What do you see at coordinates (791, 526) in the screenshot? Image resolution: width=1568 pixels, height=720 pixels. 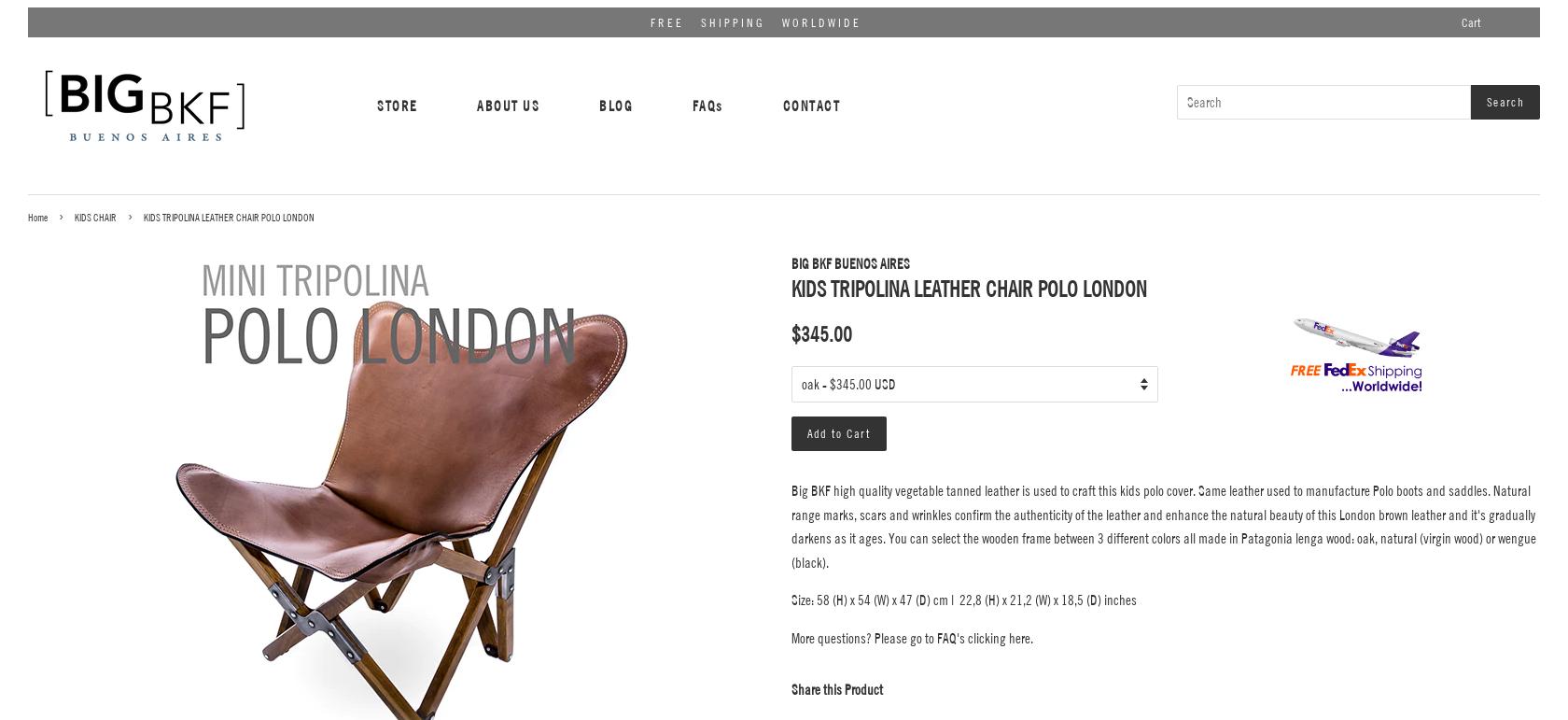 I see `'Big BKF high quality vegetable tanned leather is used to craft this kids polo cover. Same leather used to manufacture Polo boots and saddles. Natural range marks, scars and wrinkles confirm the authenticity of the leather and enhance the natural beauty of this London brown leather and it's gradually darkens as it ages. You can select the wooden frame between 3 different colors all made in Patagonia lenga wood: oak, natural (virgin wood) or wengue (black).'` at bounding box center [791, 526].